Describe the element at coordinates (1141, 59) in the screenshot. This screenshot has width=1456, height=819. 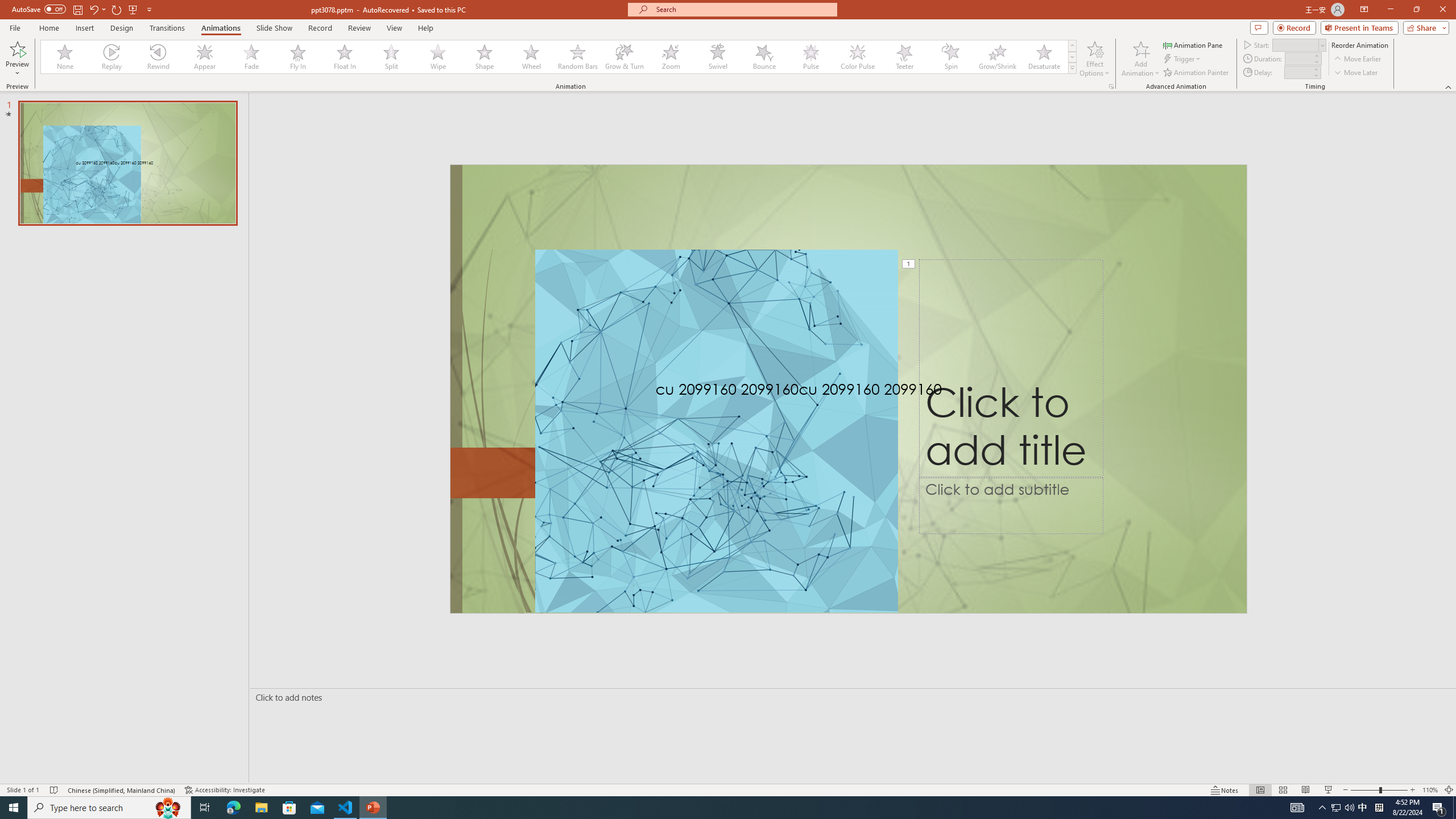
I see `'Add Animation'` at that location.